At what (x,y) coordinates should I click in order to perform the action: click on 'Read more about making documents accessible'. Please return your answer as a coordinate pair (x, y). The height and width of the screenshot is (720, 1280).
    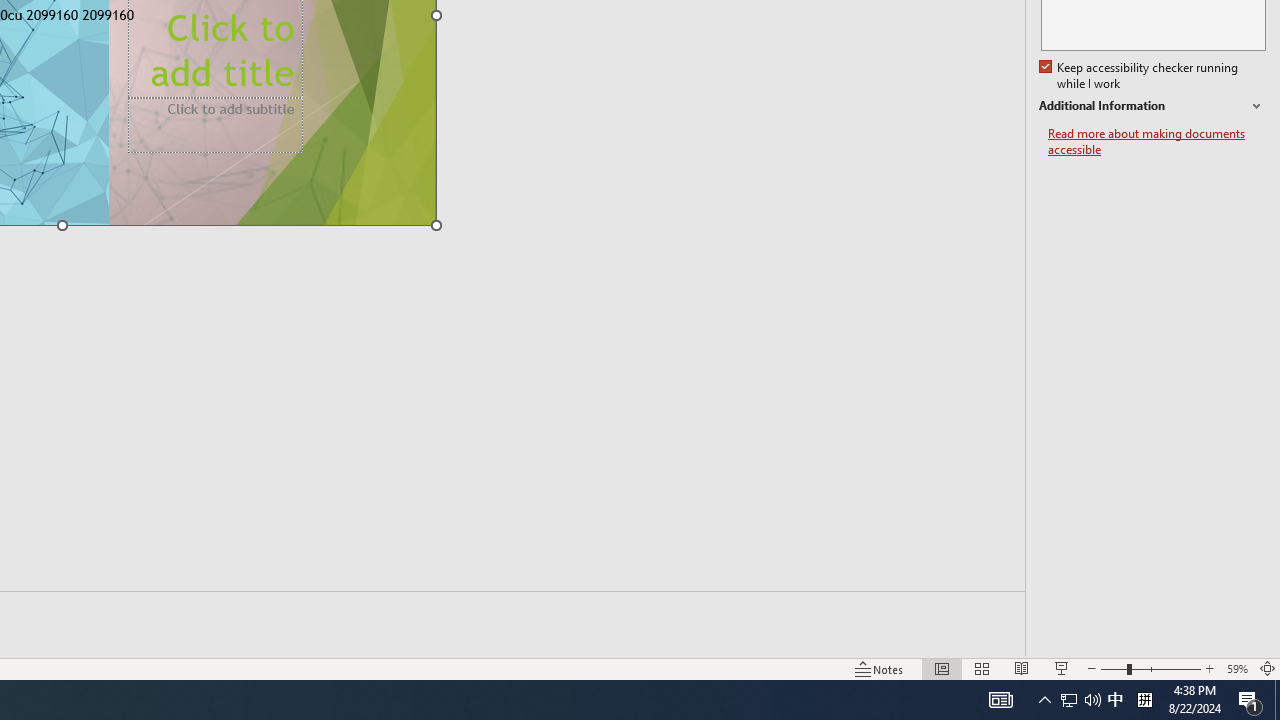
    Looking at the image, I should click on (1157, 141).